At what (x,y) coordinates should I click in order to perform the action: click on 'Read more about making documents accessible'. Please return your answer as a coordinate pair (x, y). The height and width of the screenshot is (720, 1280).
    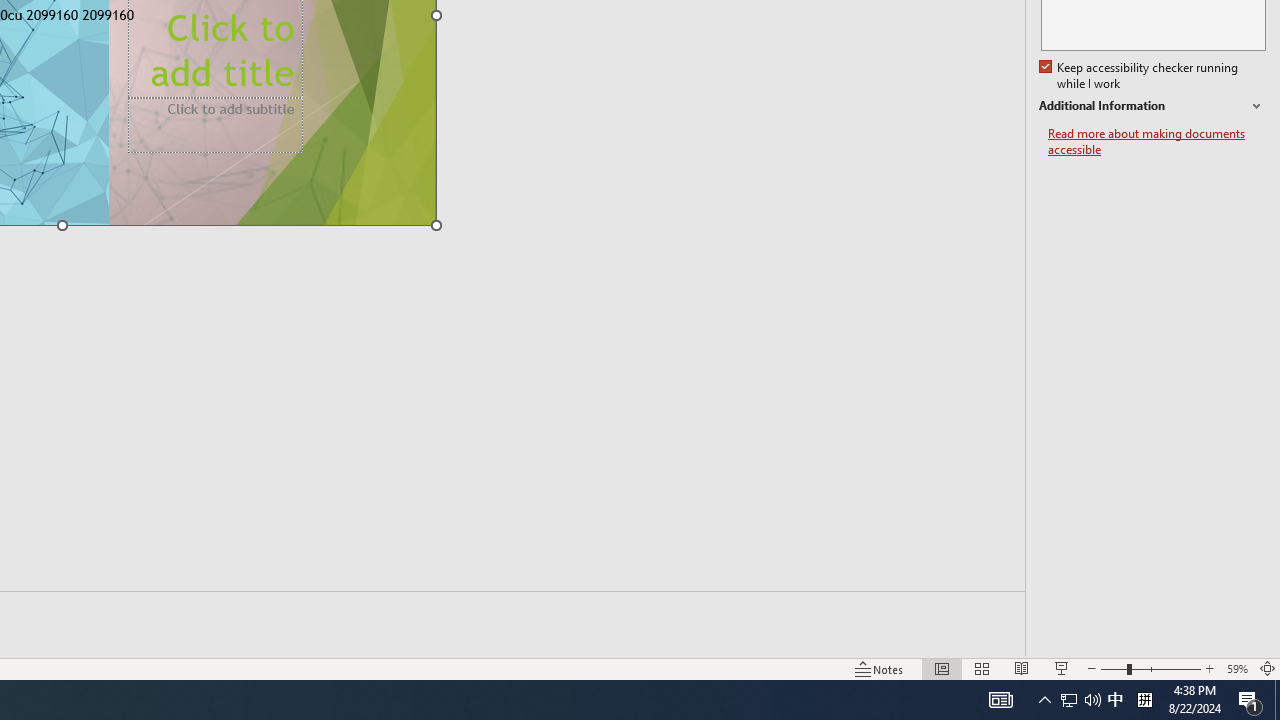
    Looking at the image, I should click on (1157, 141).